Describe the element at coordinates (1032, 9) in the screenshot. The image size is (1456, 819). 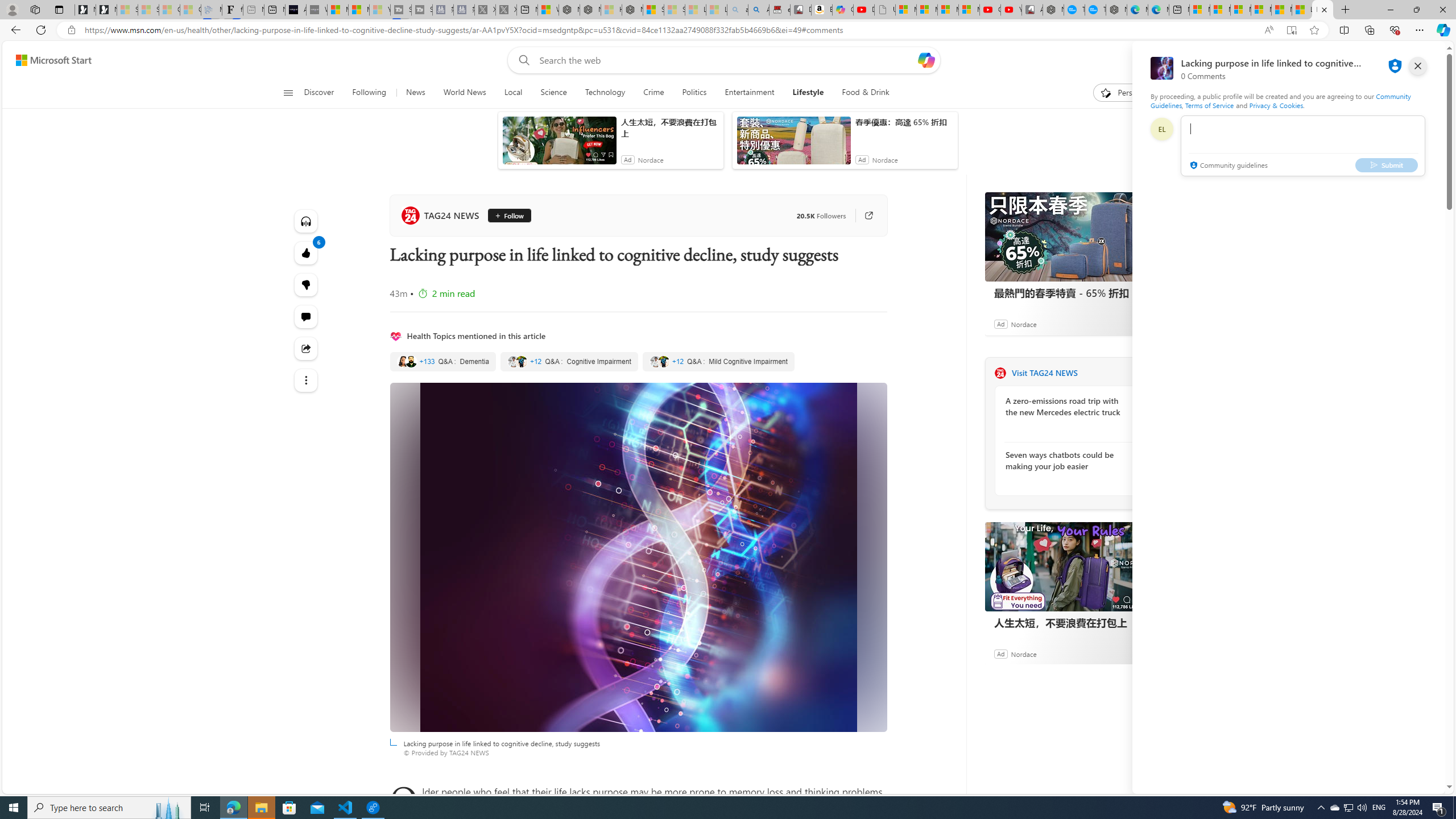
I see `'All Cubot phones'` at that location.